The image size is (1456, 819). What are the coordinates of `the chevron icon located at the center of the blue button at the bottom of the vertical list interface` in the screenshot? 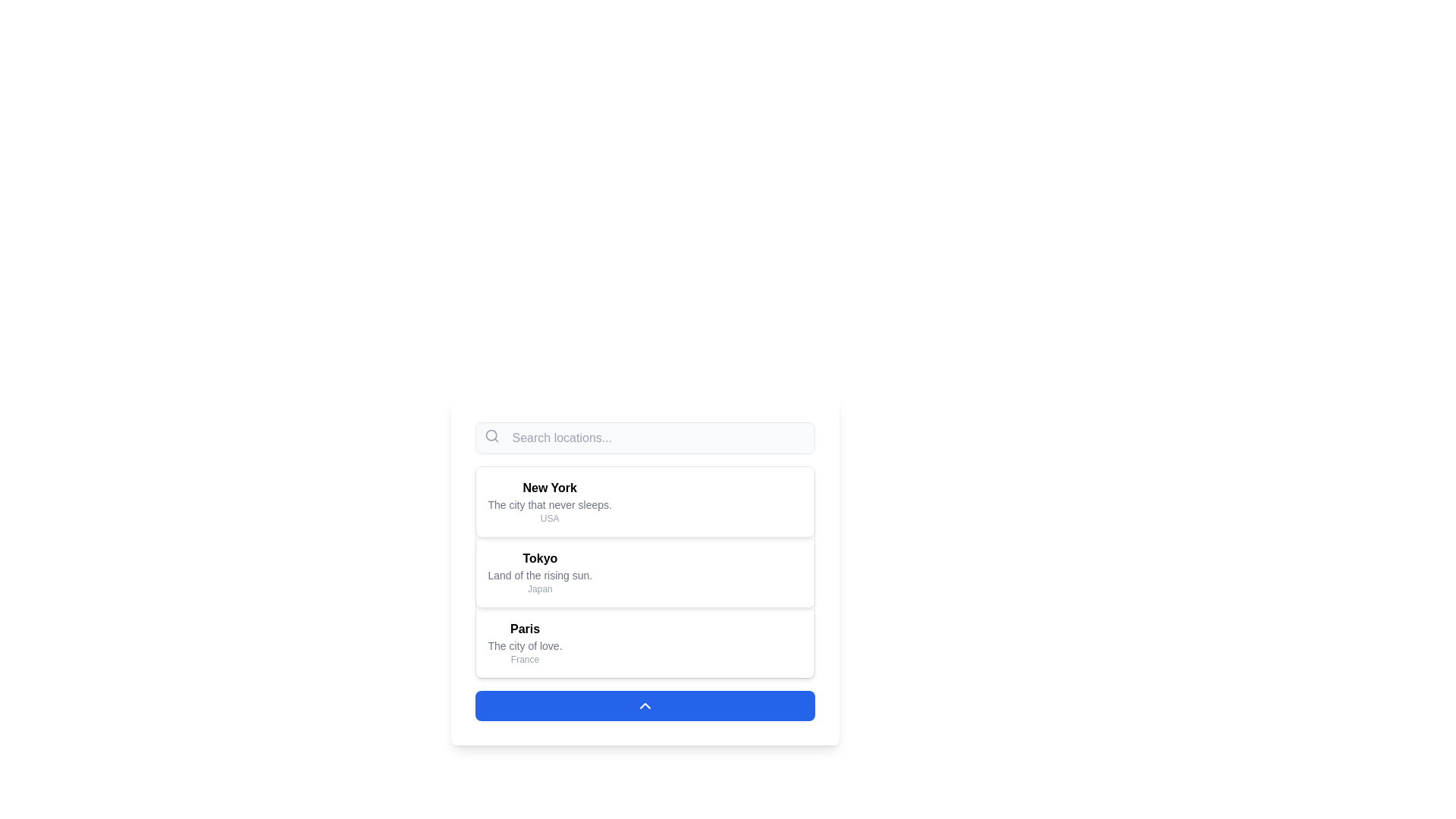 It's located at (645, 705).